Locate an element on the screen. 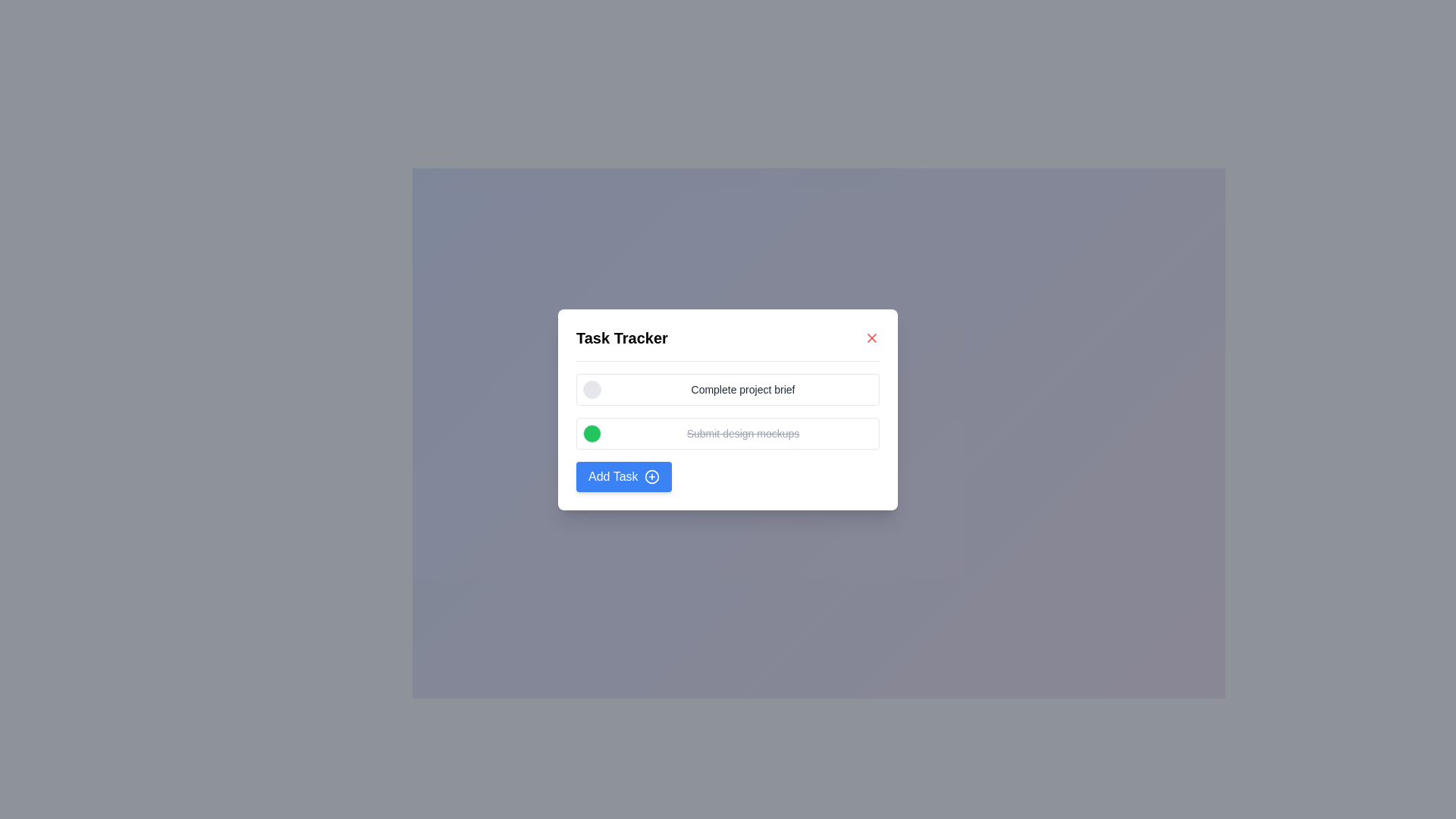 The width and height of the screenshot is (1456, 819). the close button located at the upper-right corner of the 'Task Tracker' dialog window is located at coordinates (872, 336).